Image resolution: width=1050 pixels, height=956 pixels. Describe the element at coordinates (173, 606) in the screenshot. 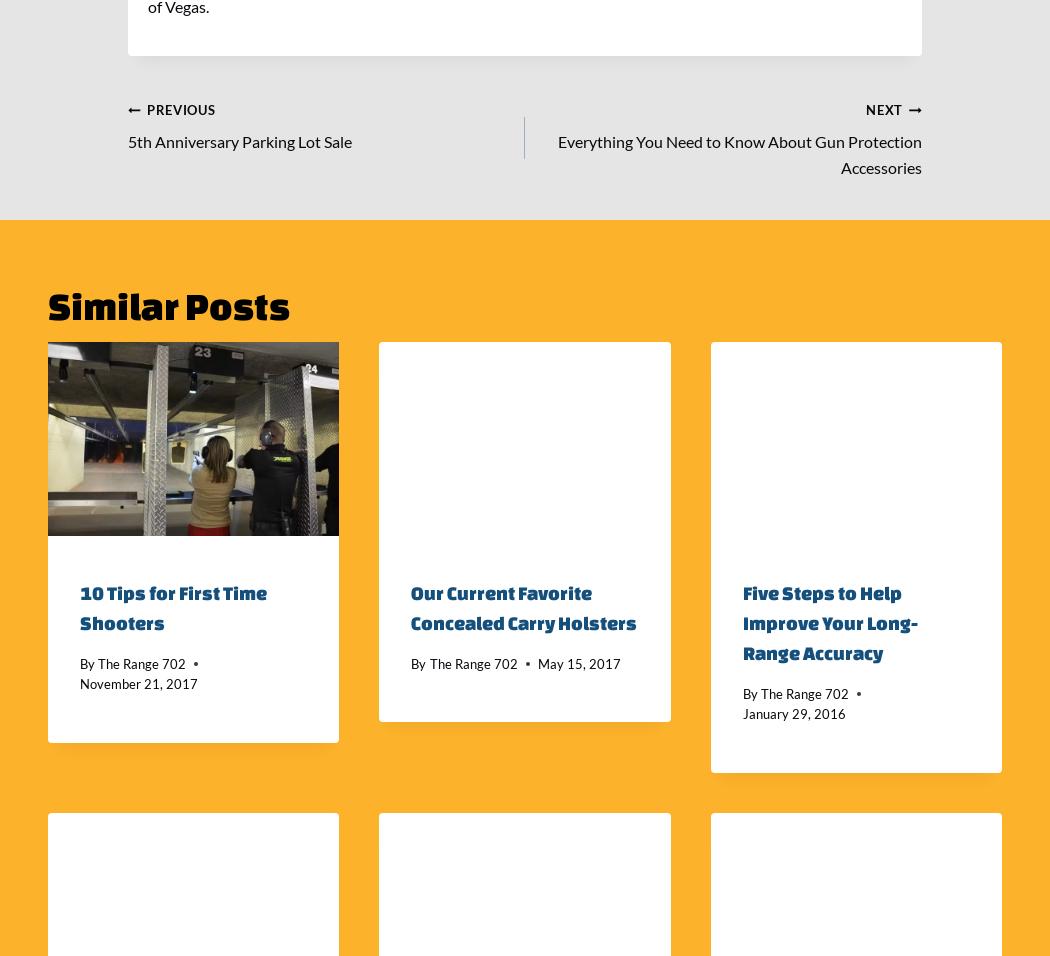

I see `'10 Tips for First Time Shooters'` at that location.